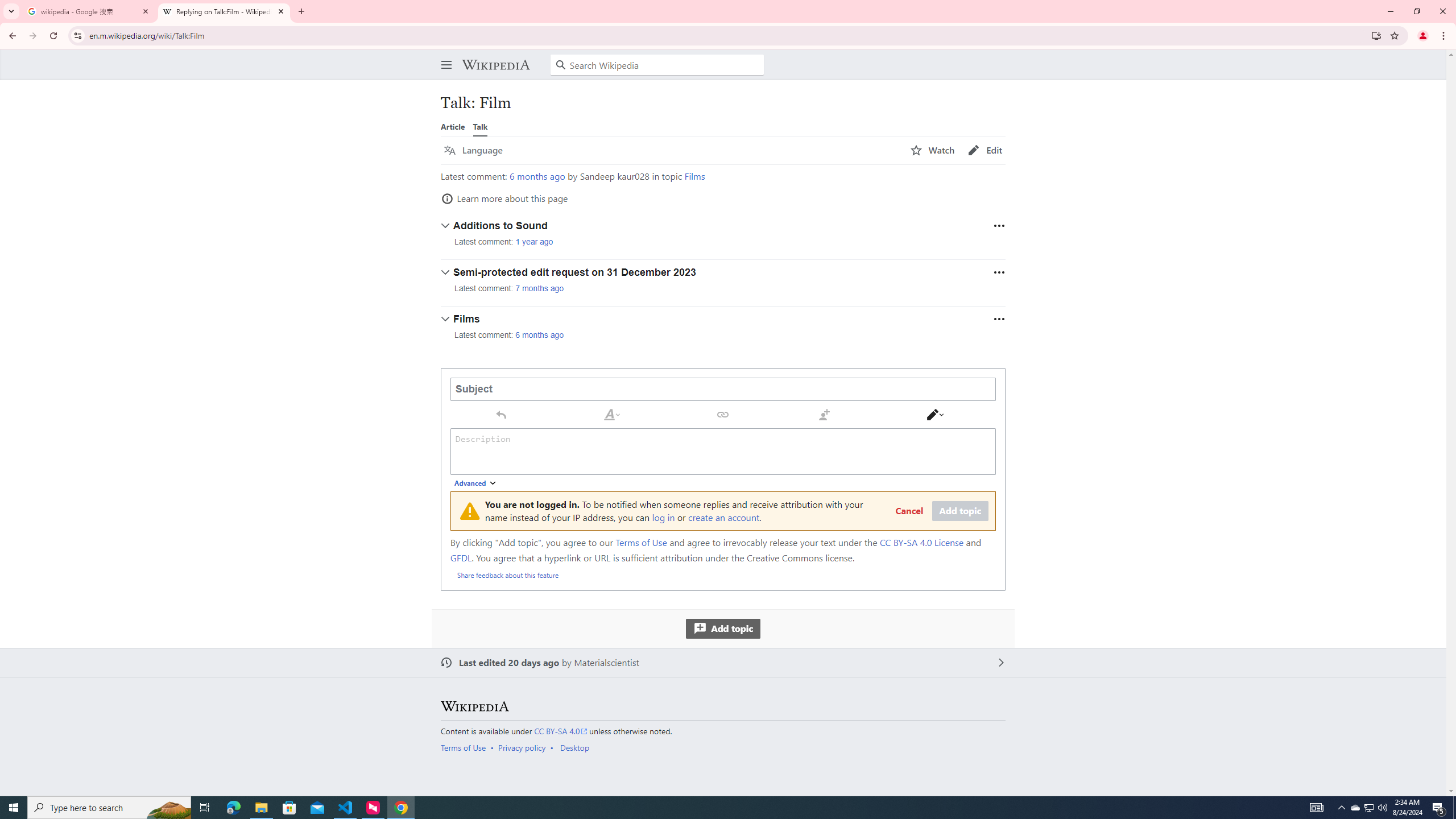  What do you see at coordinates (463, 747) in the screenshot?
I see `'Terms of Use'` at bounding box center [463, 747].